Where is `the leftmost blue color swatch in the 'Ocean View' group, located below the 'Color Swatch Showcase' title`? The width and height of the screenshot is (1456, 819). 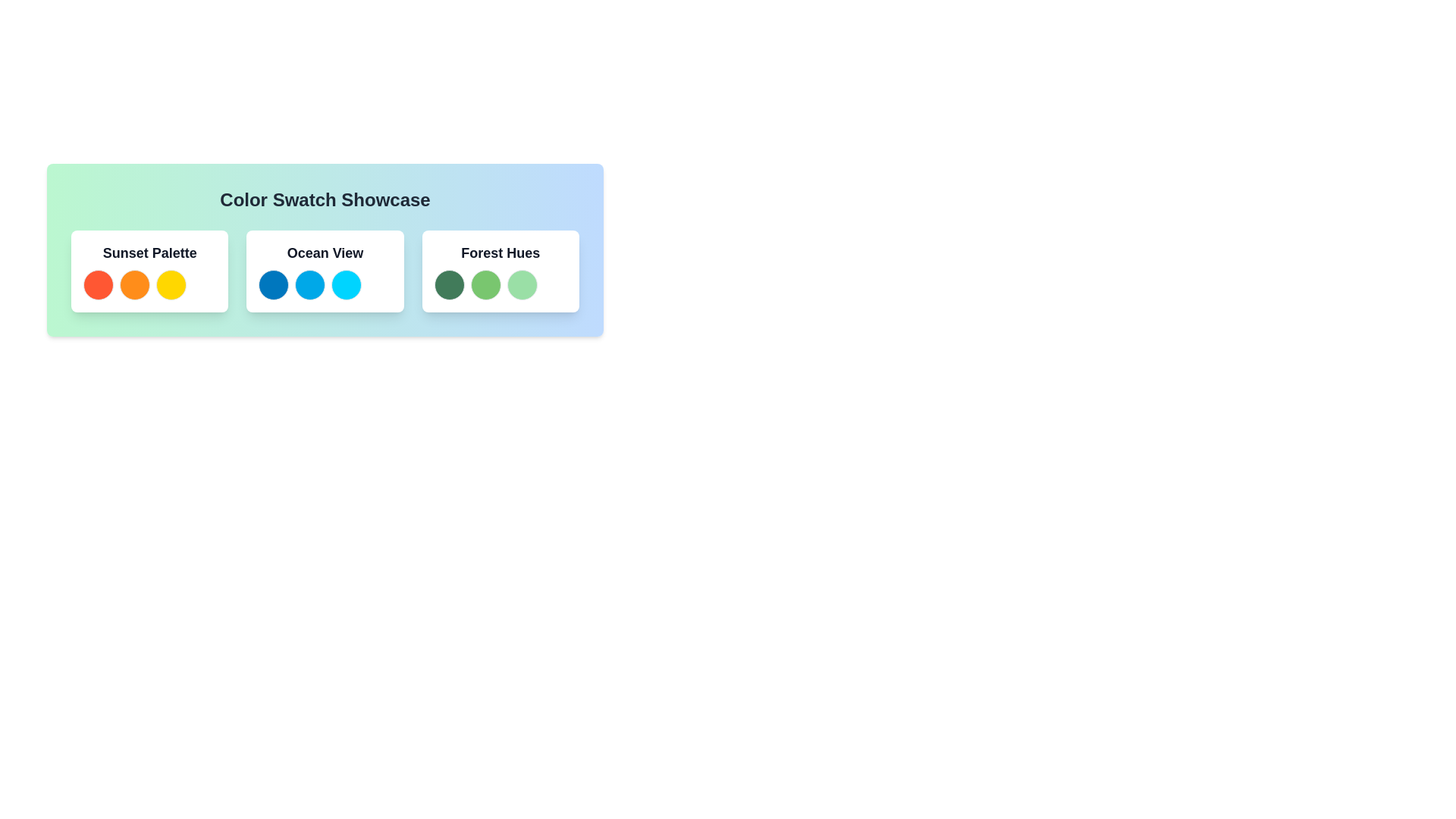 the leftmost blue color swatch in the 'Ocean View' group, located below the 'Color Swatch Showcase' title is located at coordinates (274, 284).